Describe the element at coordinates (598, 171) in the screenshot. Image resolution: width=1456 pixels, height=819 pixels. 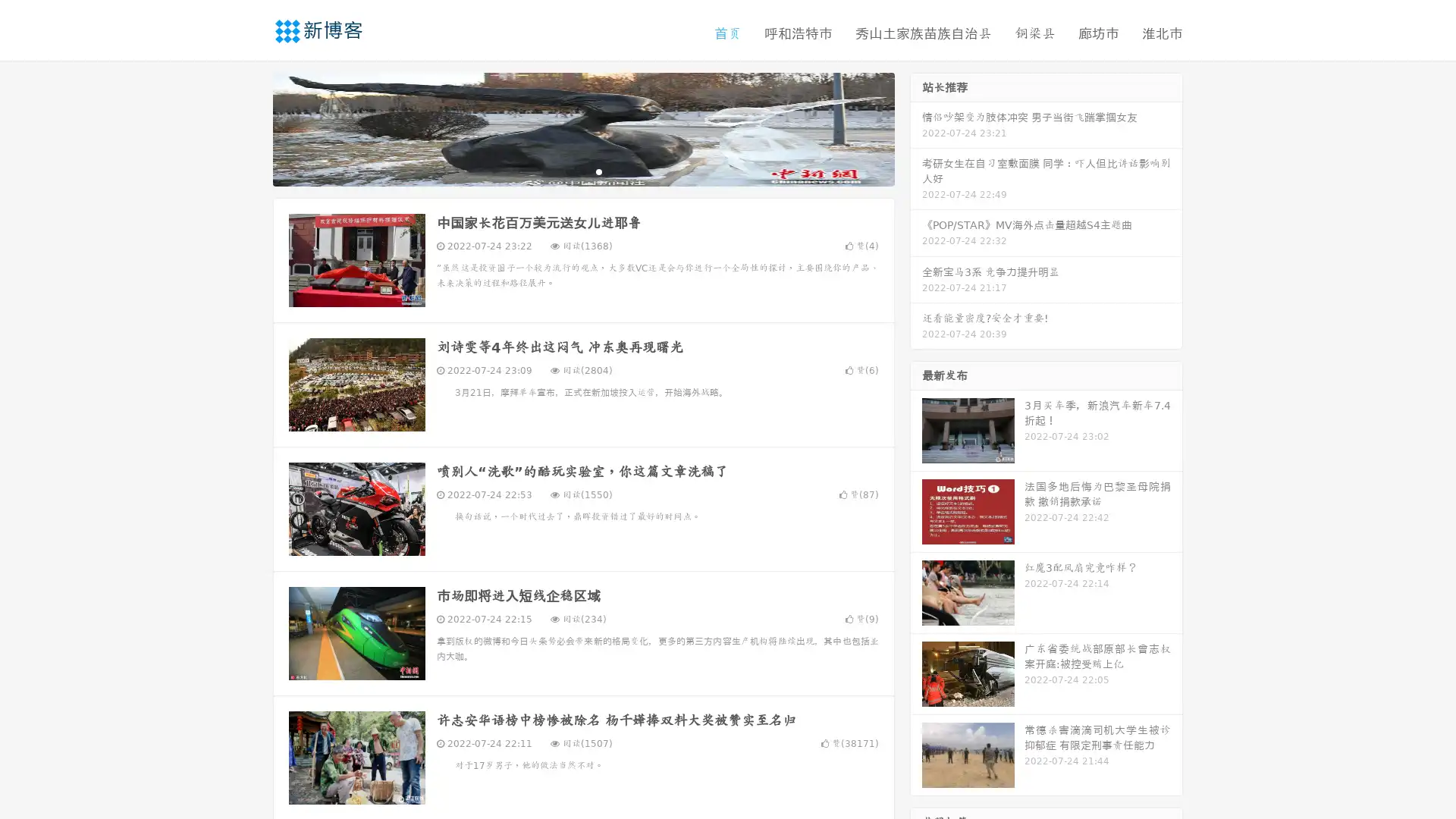
I see `Go to slide 3` at that location.